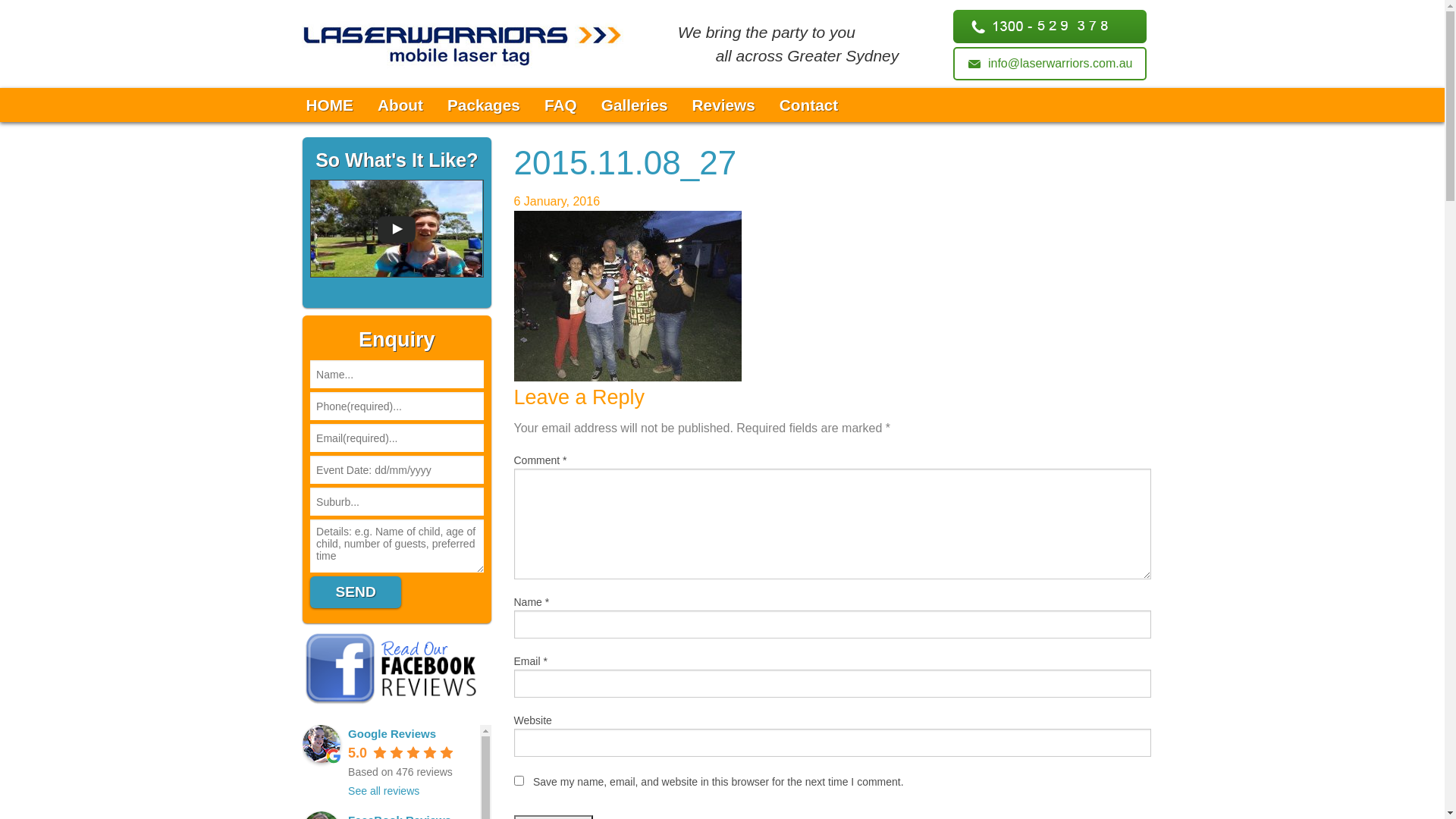  What do you see at coordinates (532, 104) in the screenshot?
I see `'FAQ'` at bounding box center [532, 104].